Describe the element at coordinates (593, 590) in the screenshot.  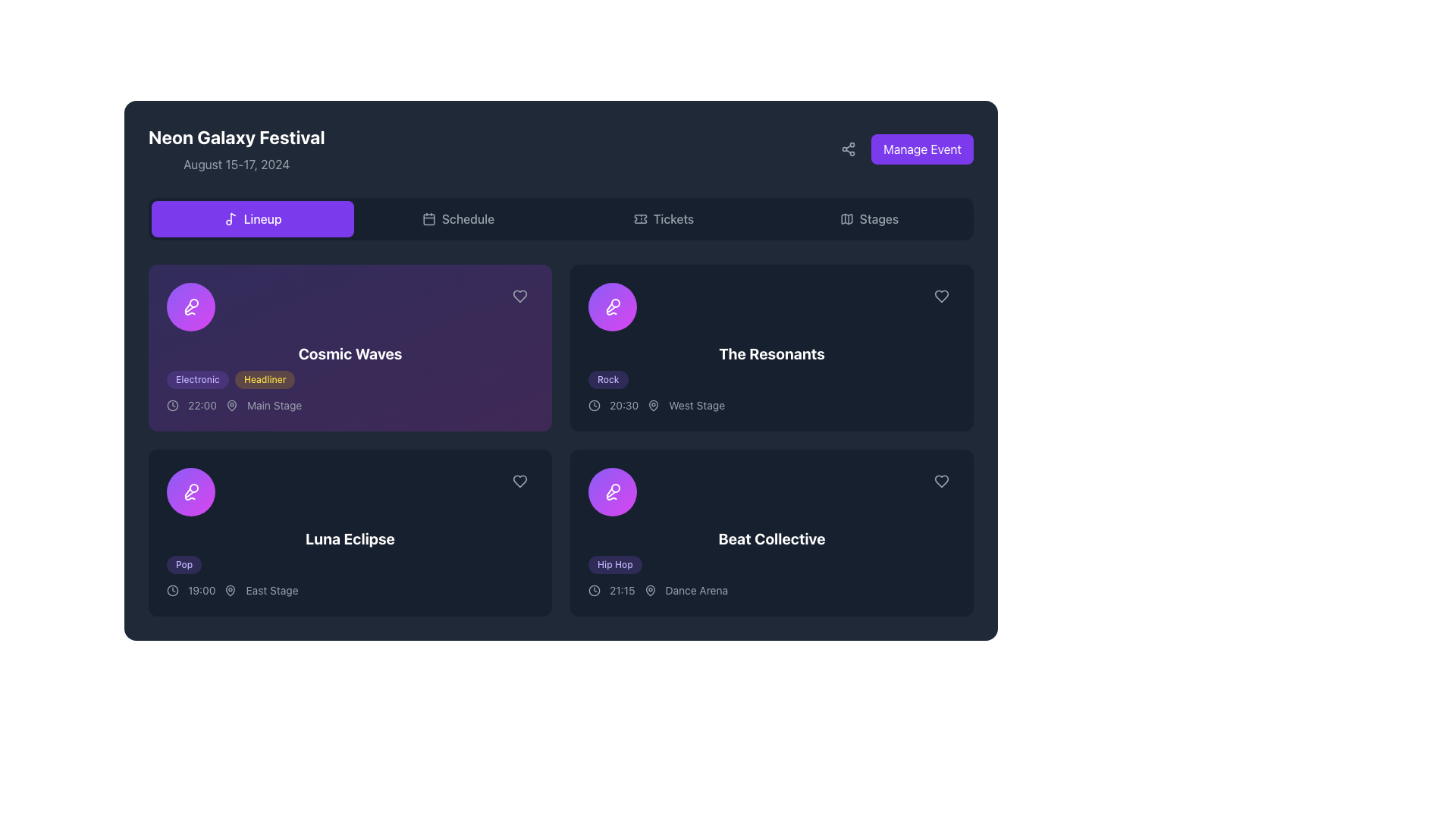
I see `the circular component of the SVG clock icon located in the bottom right quadrant of the interface, near the event card titled 'Beat Collective'` at that location.